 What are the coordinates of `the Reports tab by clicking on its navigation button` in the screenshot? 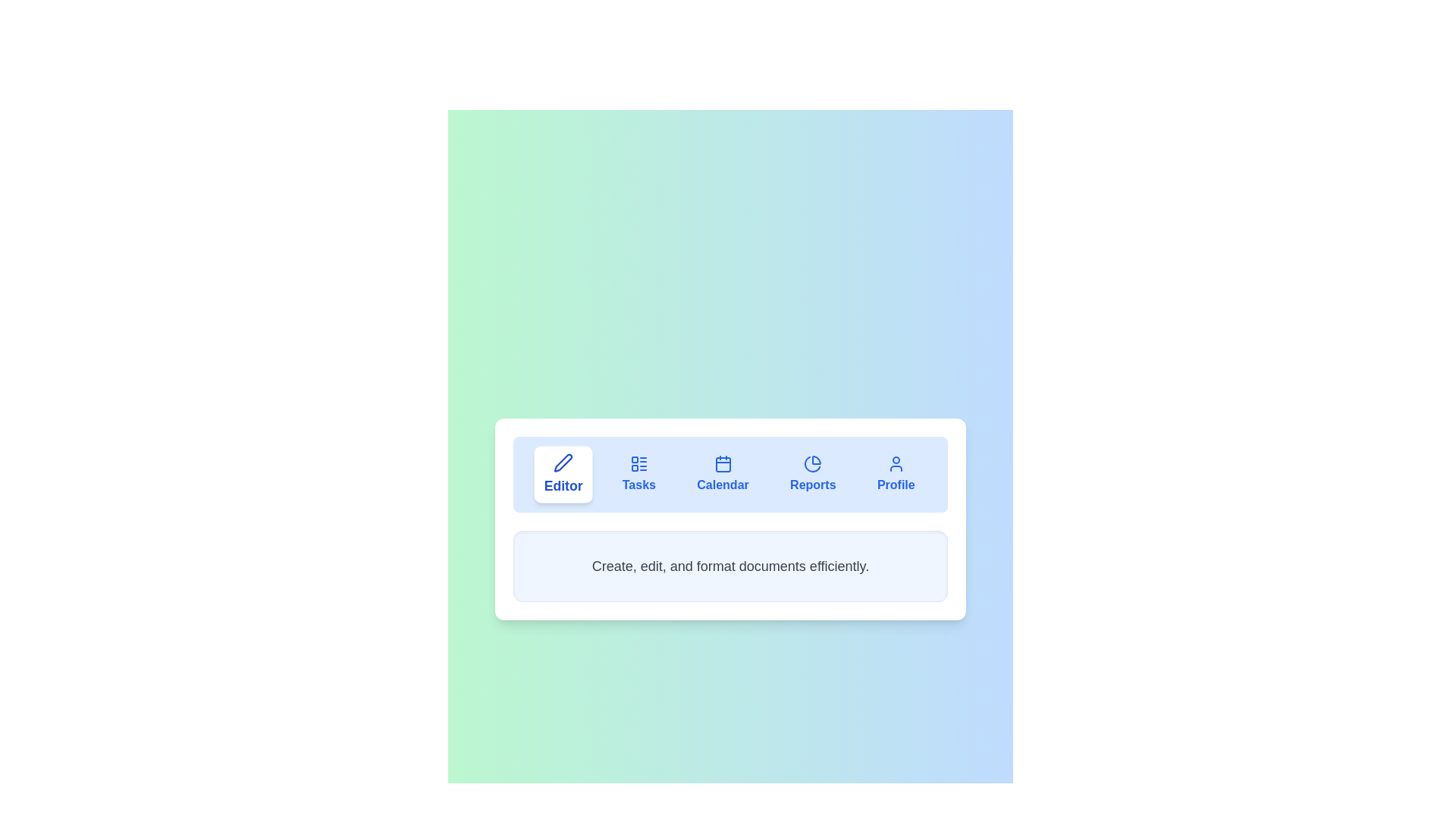 It's located at (811, 473).